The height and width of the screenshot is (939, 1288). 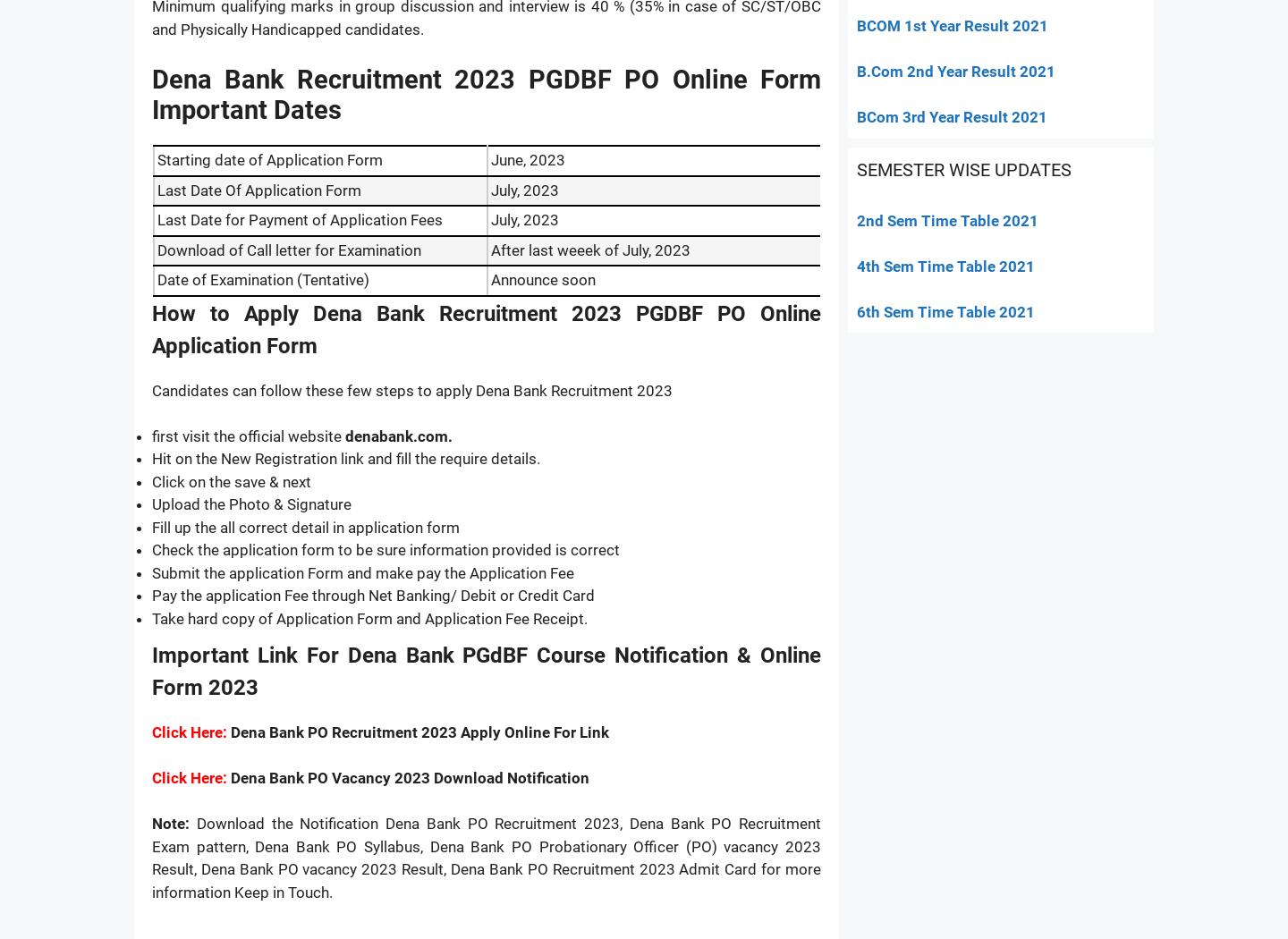 What do you see at coordinates (528, 160) in the screenshot?
I see `'June, 2023'` at bounding box center [528, 160].